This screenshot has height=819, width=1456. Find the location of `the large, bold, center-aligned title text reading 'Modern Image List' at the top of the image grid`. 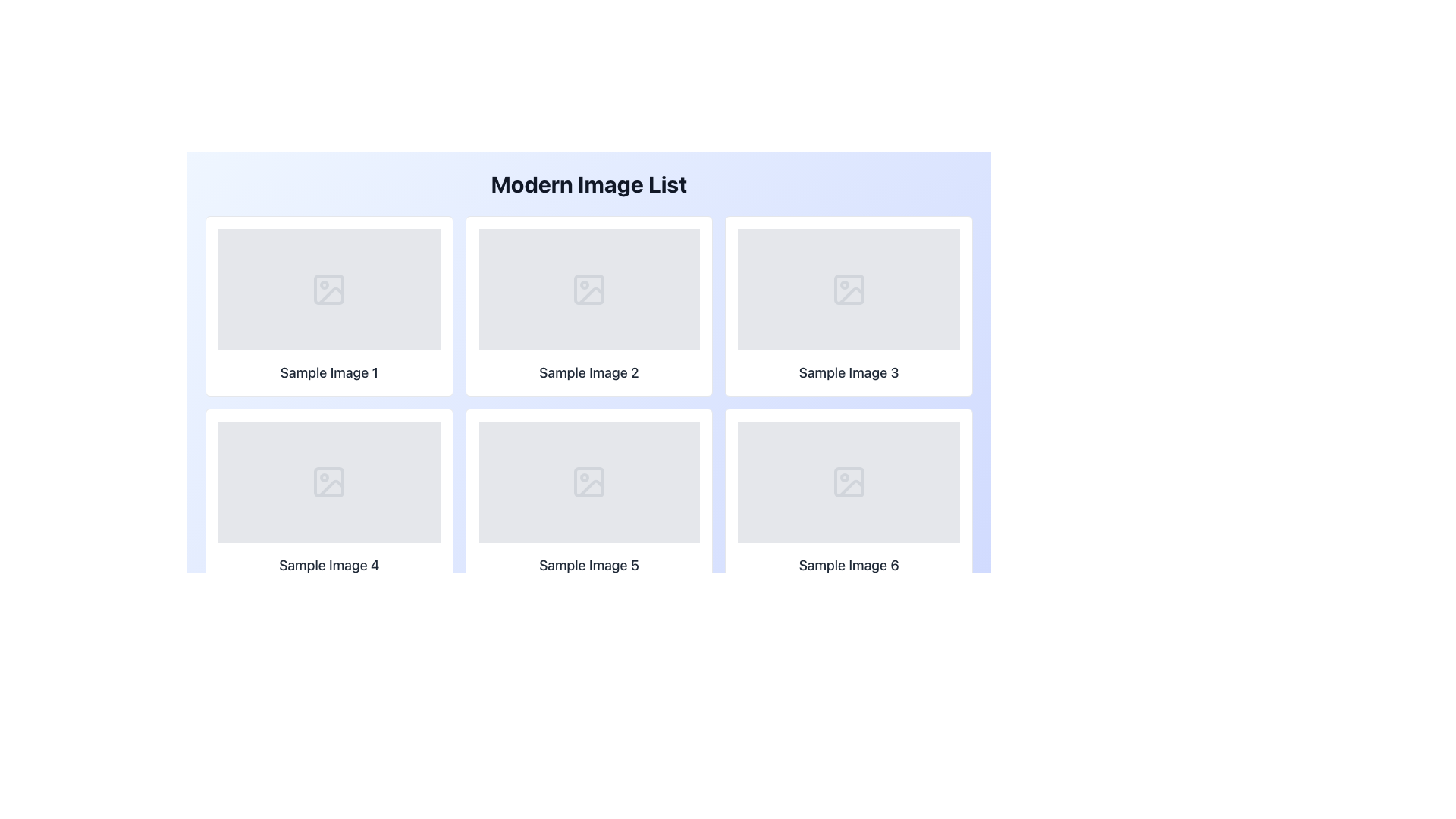

the large, bold, center-aligned title text reading 'Modern Image List' at the top of the image grid is located at coordinates (588, 184).